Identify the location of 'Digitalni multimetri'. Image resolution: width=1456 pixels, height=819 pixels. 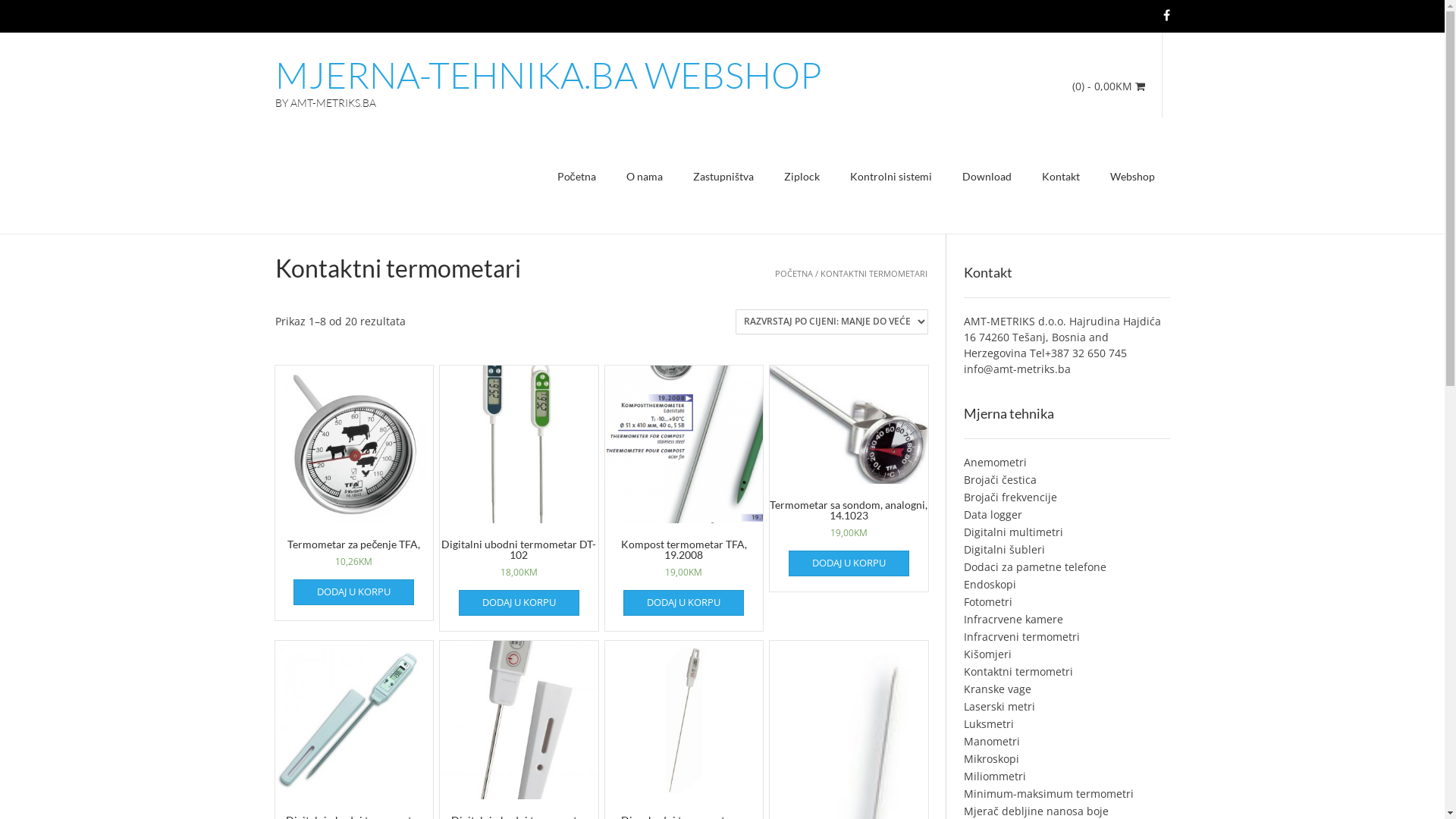
(1013, 531).